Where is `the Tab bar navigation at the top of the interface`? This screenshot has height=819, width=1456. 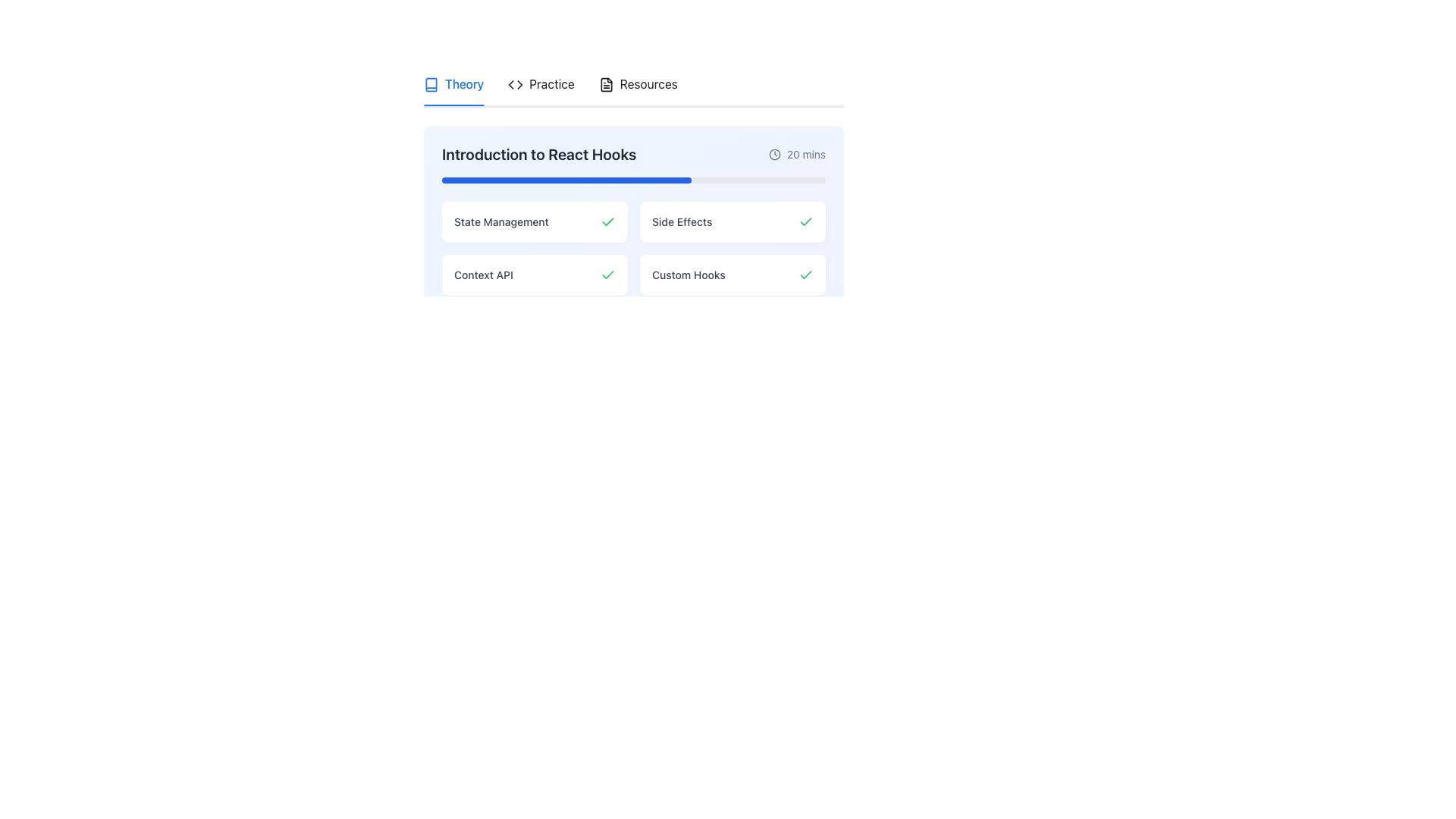
the Tab bar navigation at the top of the interface is located at coordinates (633, 187).